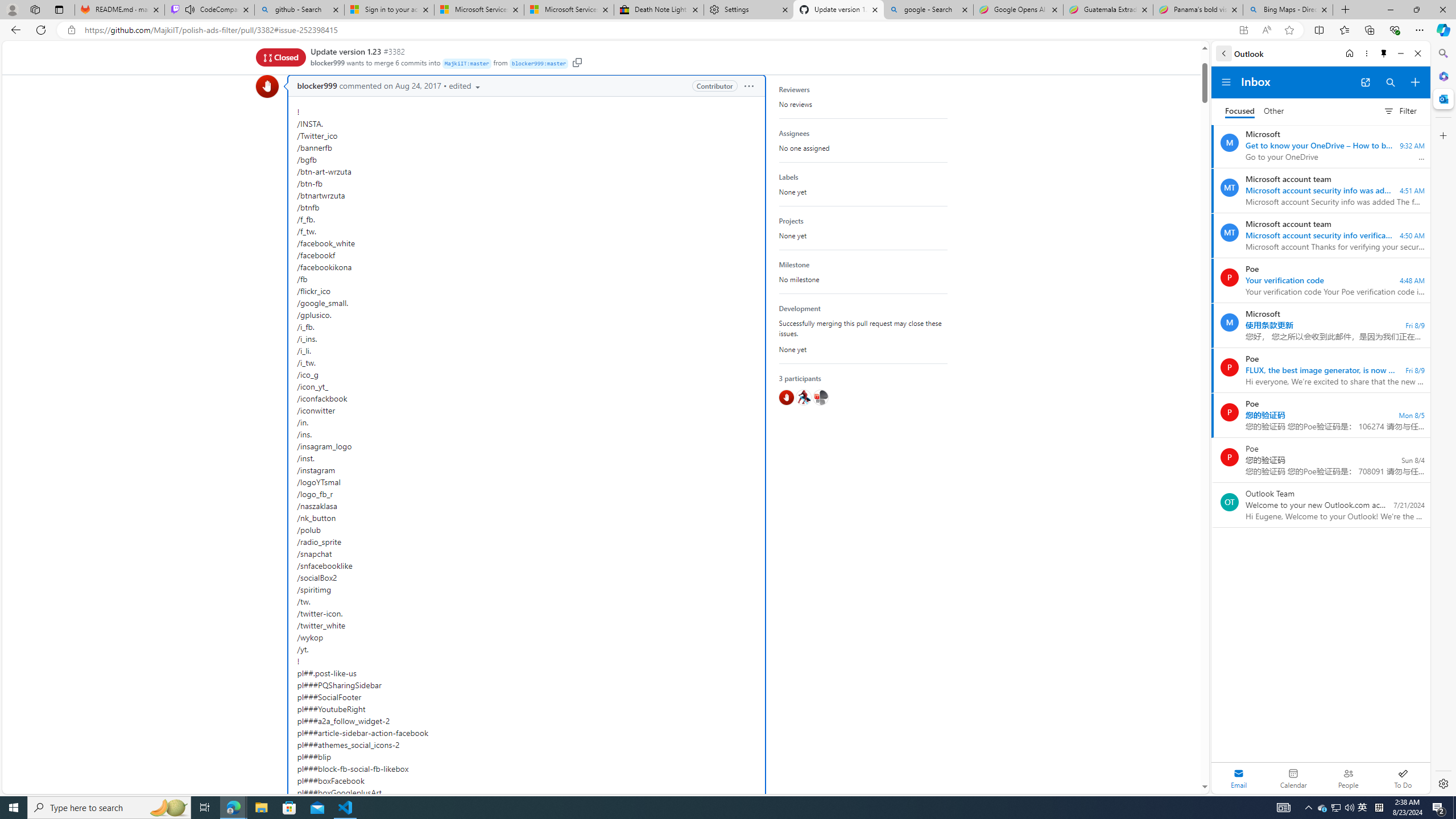  What do you see at coordinates (1414, 82) in the screenshot?
I see `'Compose new mail'` at bounding box center [1414, 82].